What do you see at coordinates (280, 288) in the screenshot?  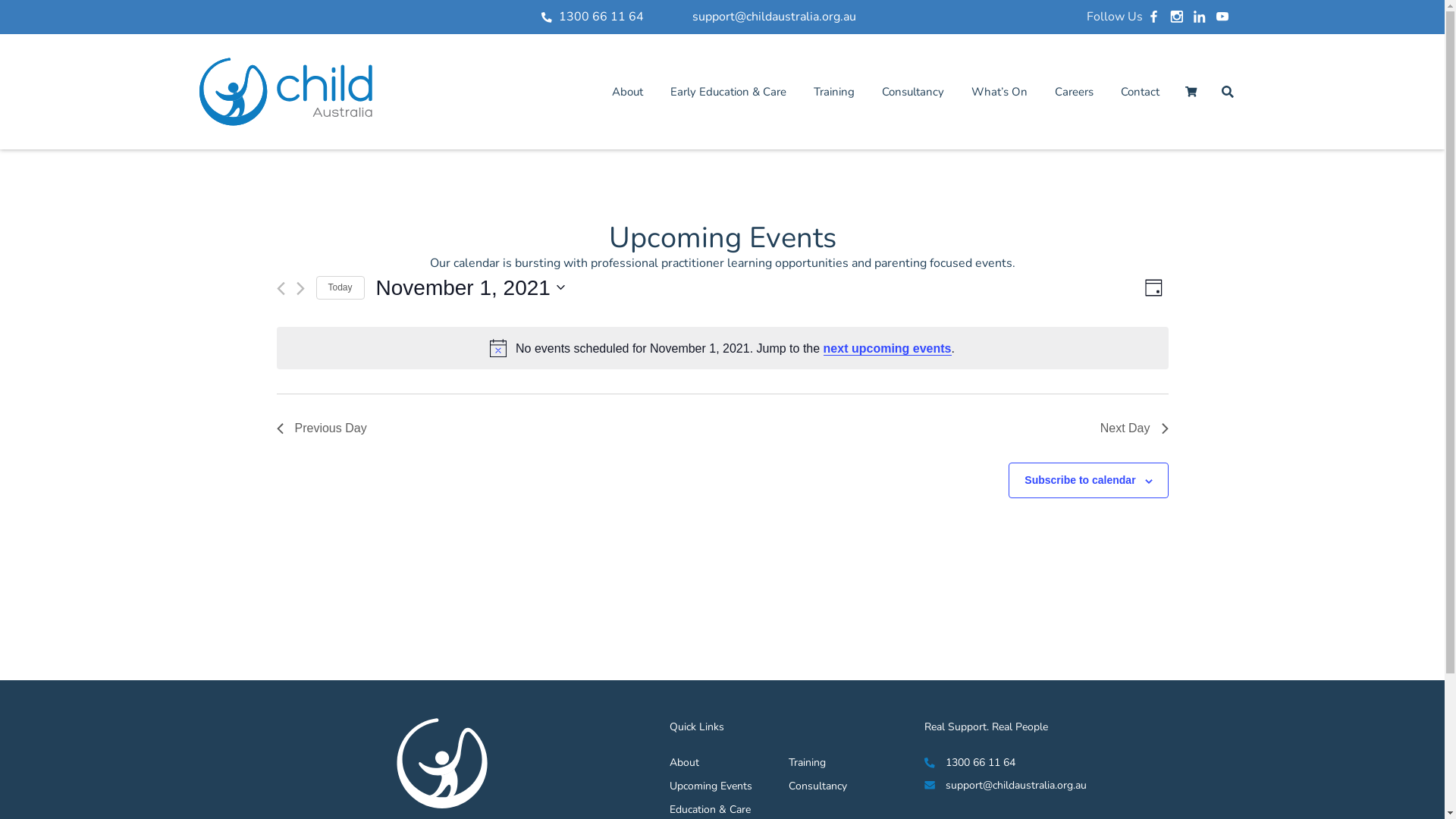 I see `'Previous day'` at bounding box center [280, 288].